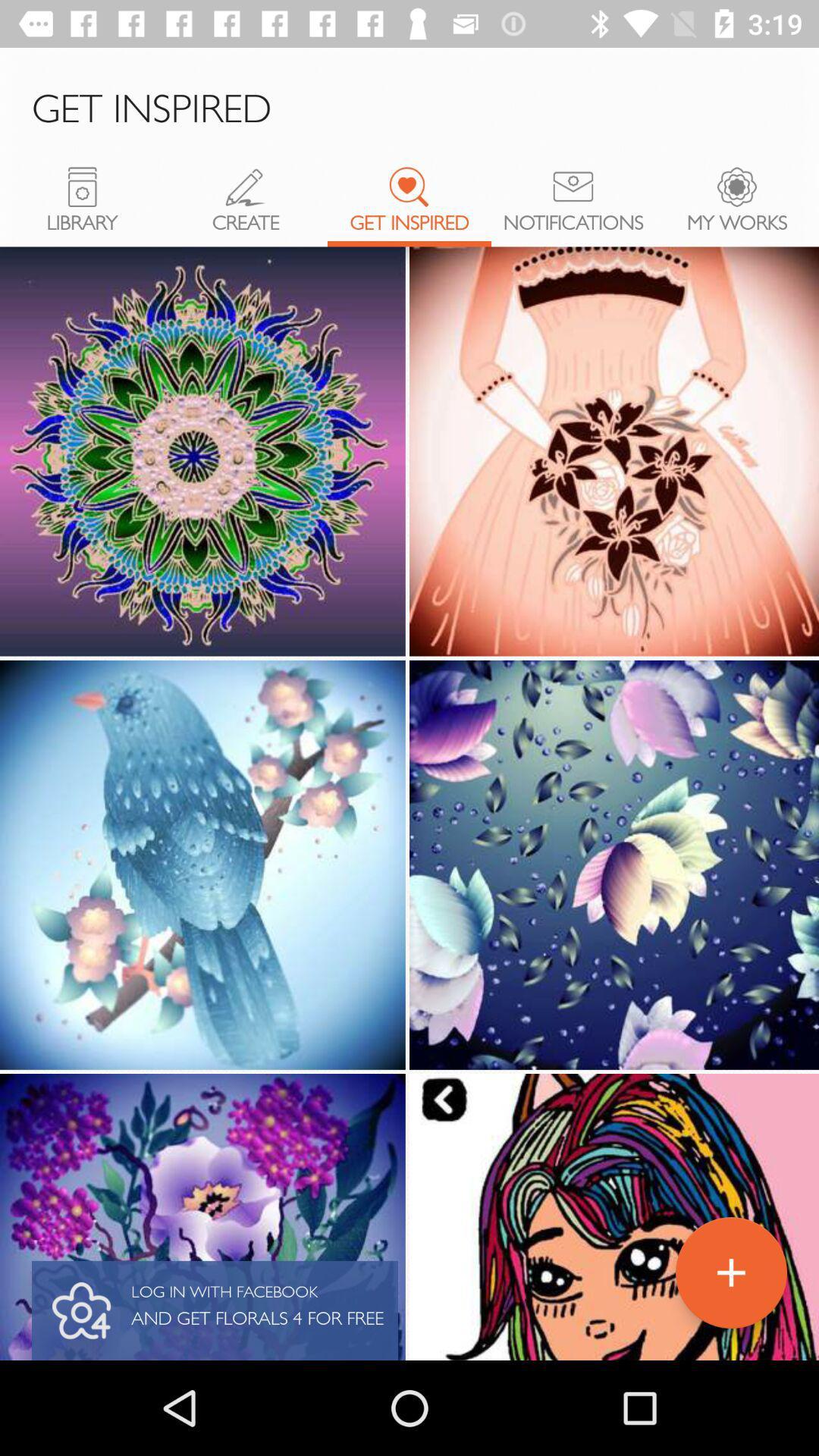 This screenshot has height=1456, width=819. I want to click on notifications, so click(573, 206).